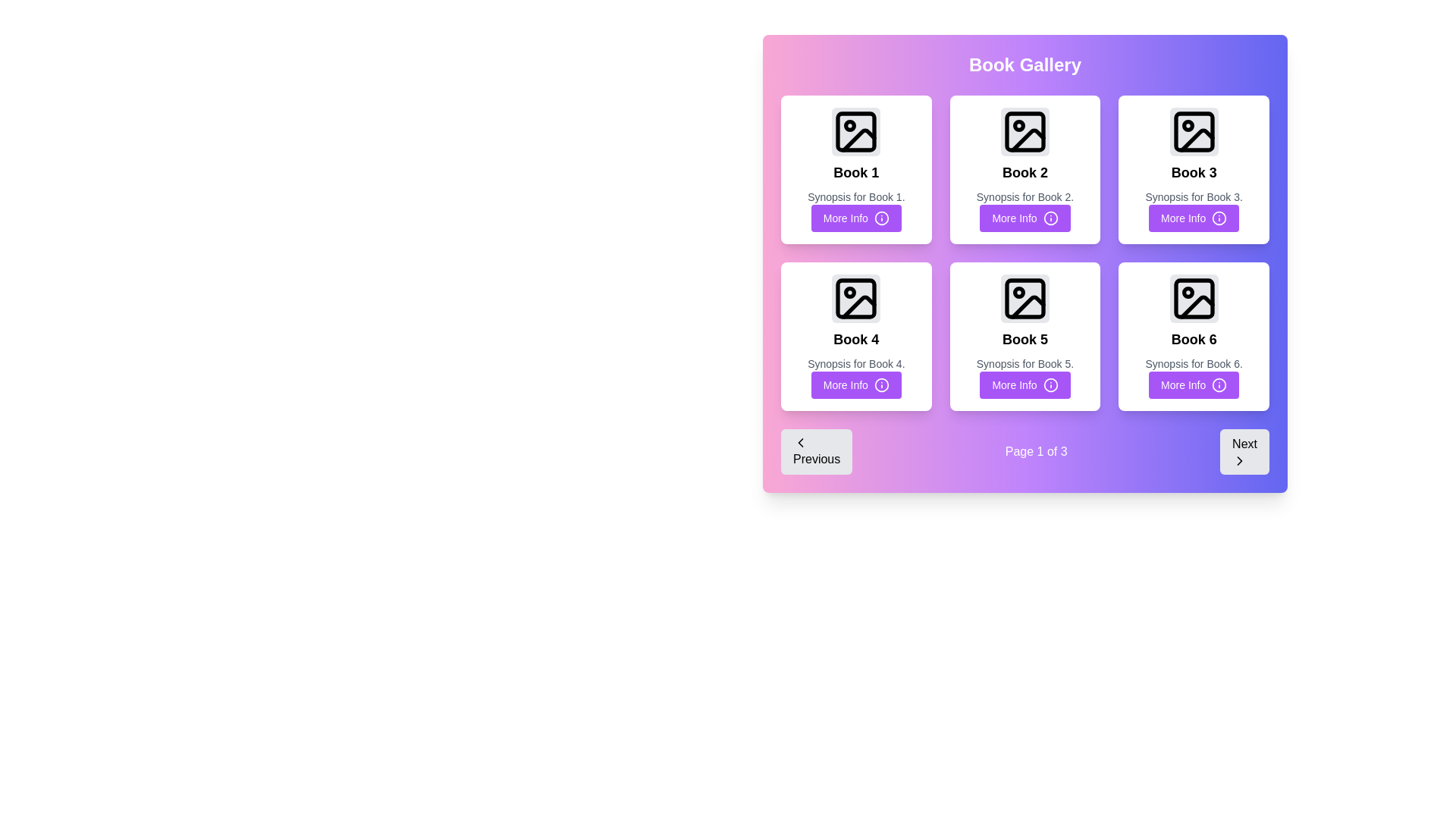 This screenshot has height=819, width=1456. What do you see at coordinates (856, 130) in the screenshot?
I see `the icon representing an image with a circular detail and a diagonal line, located in the 'Book Gallery' section, directly above the label 'Book 1'` at bounding box center [856, 130].